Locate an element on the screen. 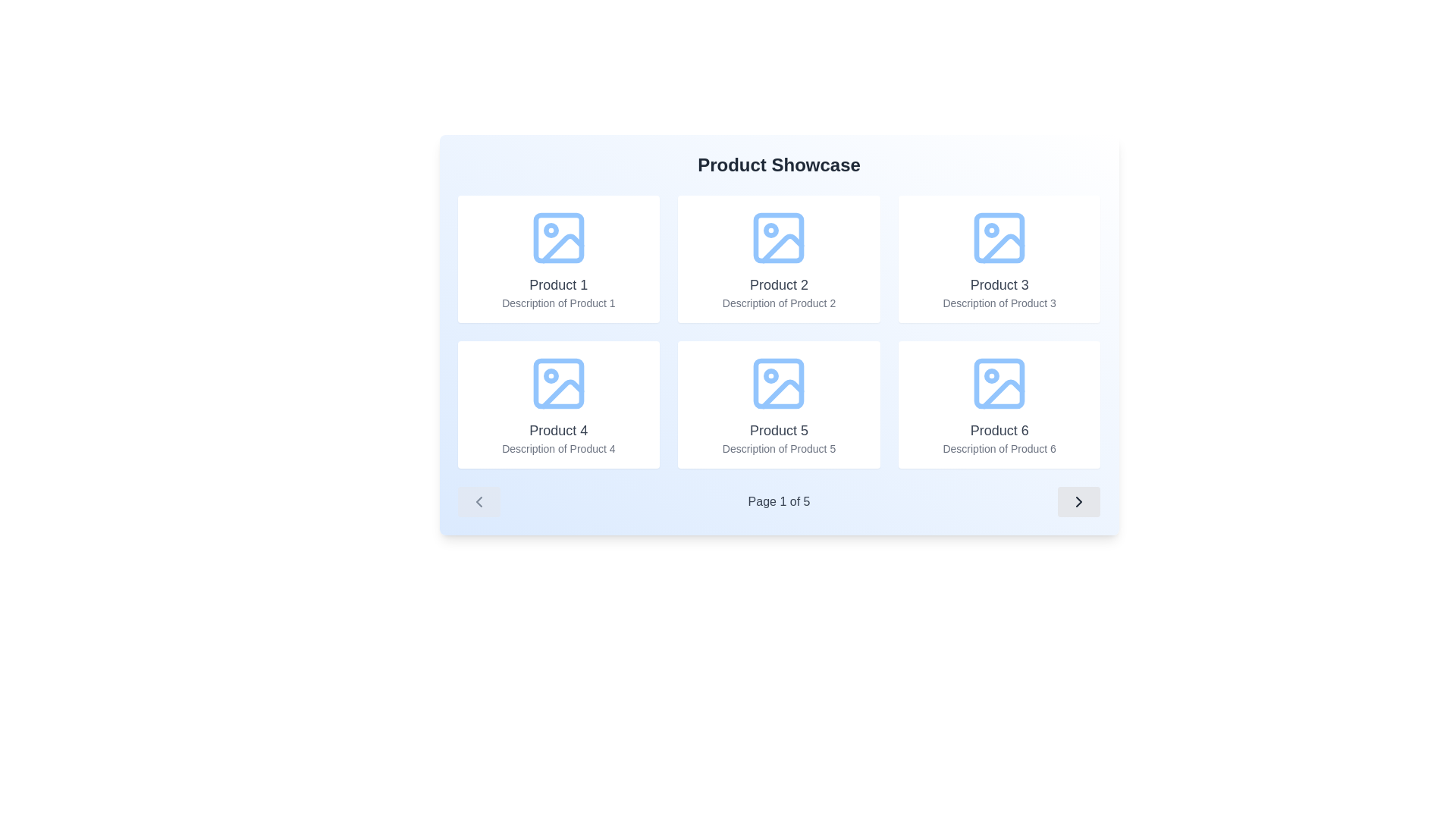  the rightward-pointing chevron icon located at the bottom-right corner of the main display area is located at coordinates (1078, 502).